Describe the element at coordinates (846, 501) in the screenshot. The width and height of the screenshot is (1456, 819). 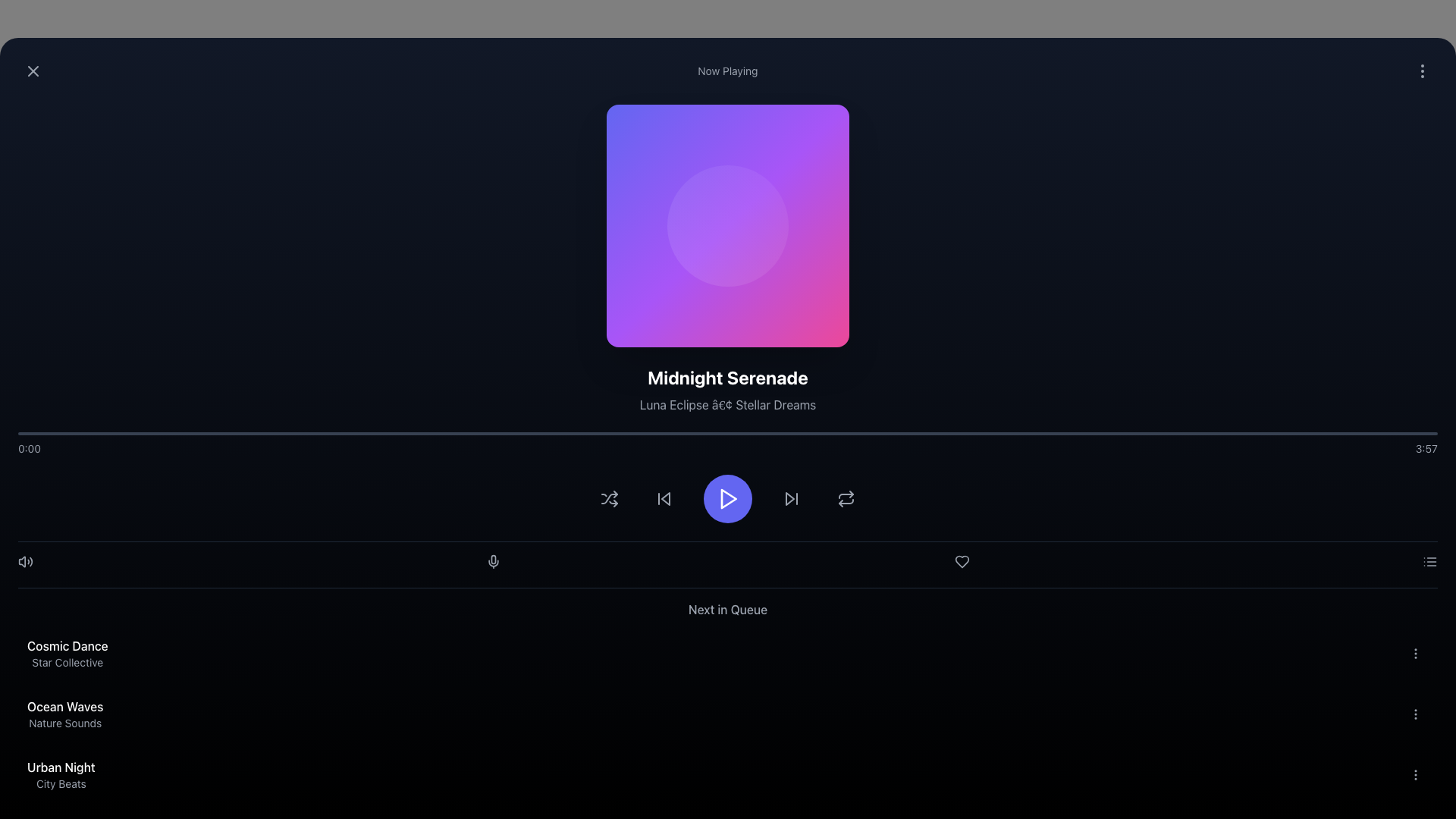
I see `the bottom-right component of the looping action icon within the SVG` at that location.